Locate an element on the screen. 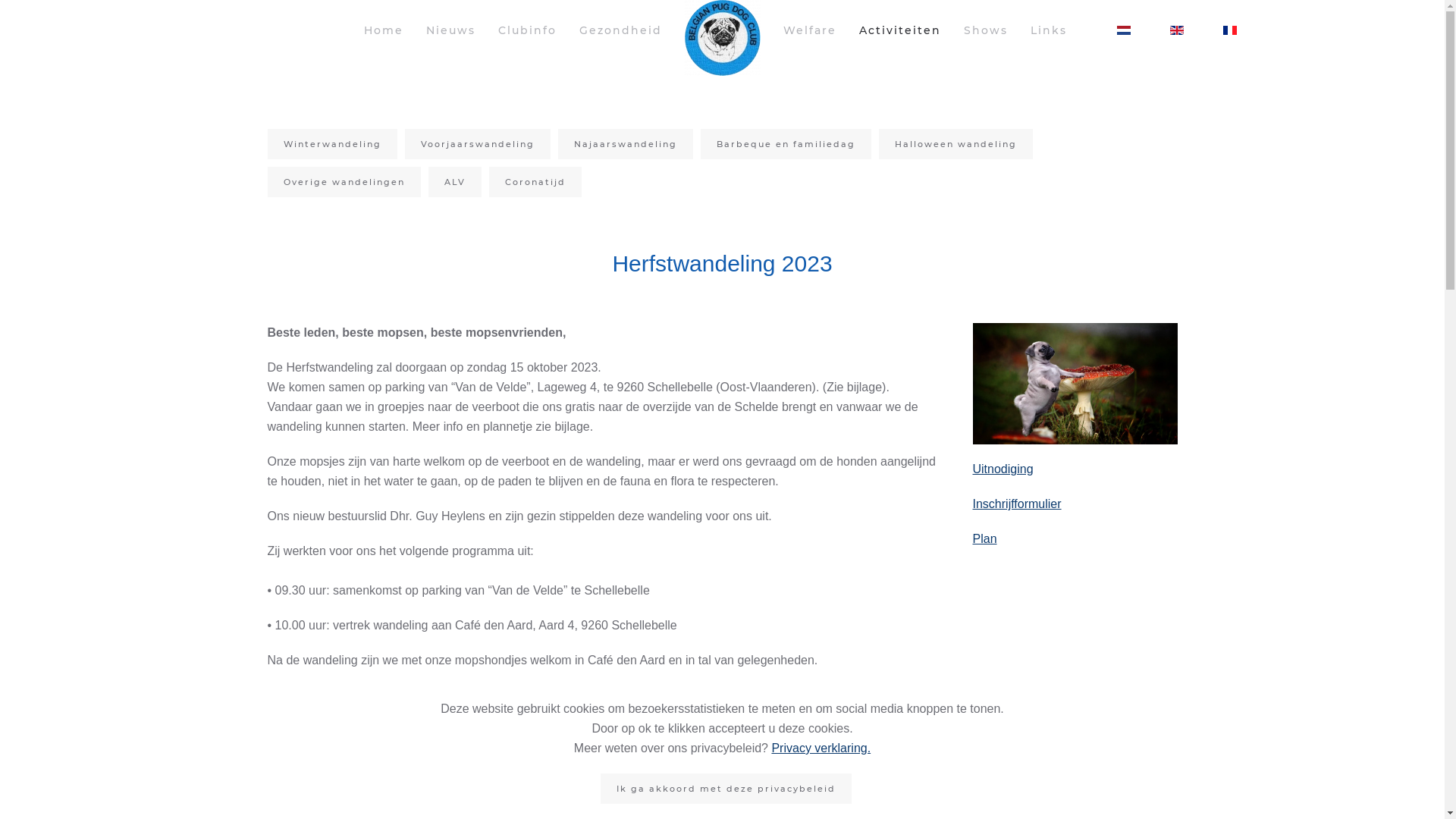 The image size is (1456, 819). 'Nieuws' is located at coordinates (450, 30).